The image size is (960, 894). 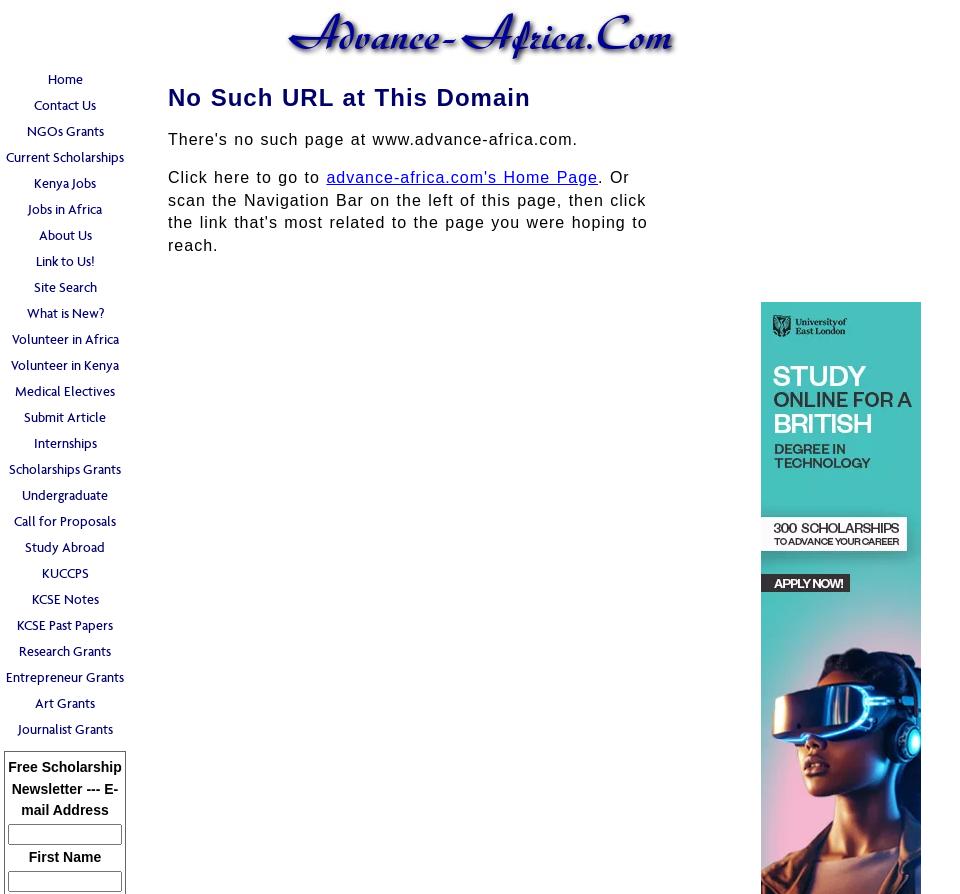 What do you see at coordinates (64, 183) in the screenshot?
I see `'Kenya Jobs'` at bounding box center [64, 183].